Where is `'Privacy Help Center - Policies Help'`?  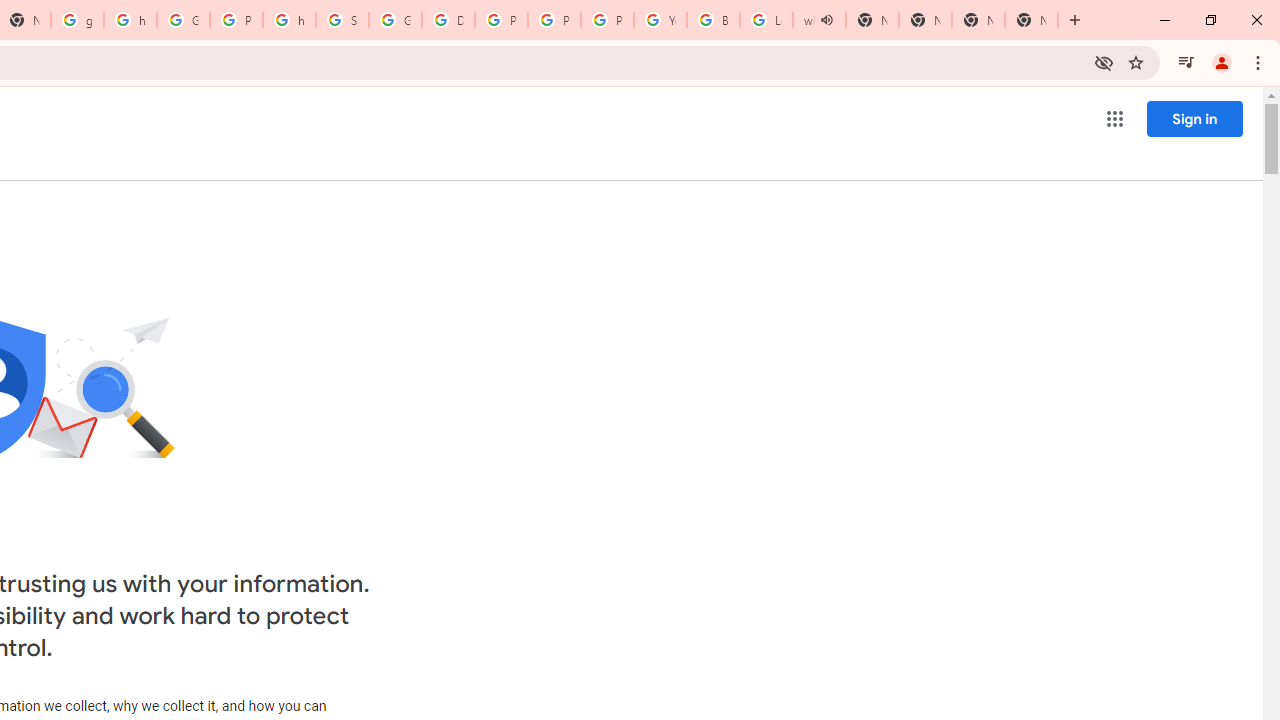 'Privacy Help Center - Policies Help' is located at coordinates (554, 20).